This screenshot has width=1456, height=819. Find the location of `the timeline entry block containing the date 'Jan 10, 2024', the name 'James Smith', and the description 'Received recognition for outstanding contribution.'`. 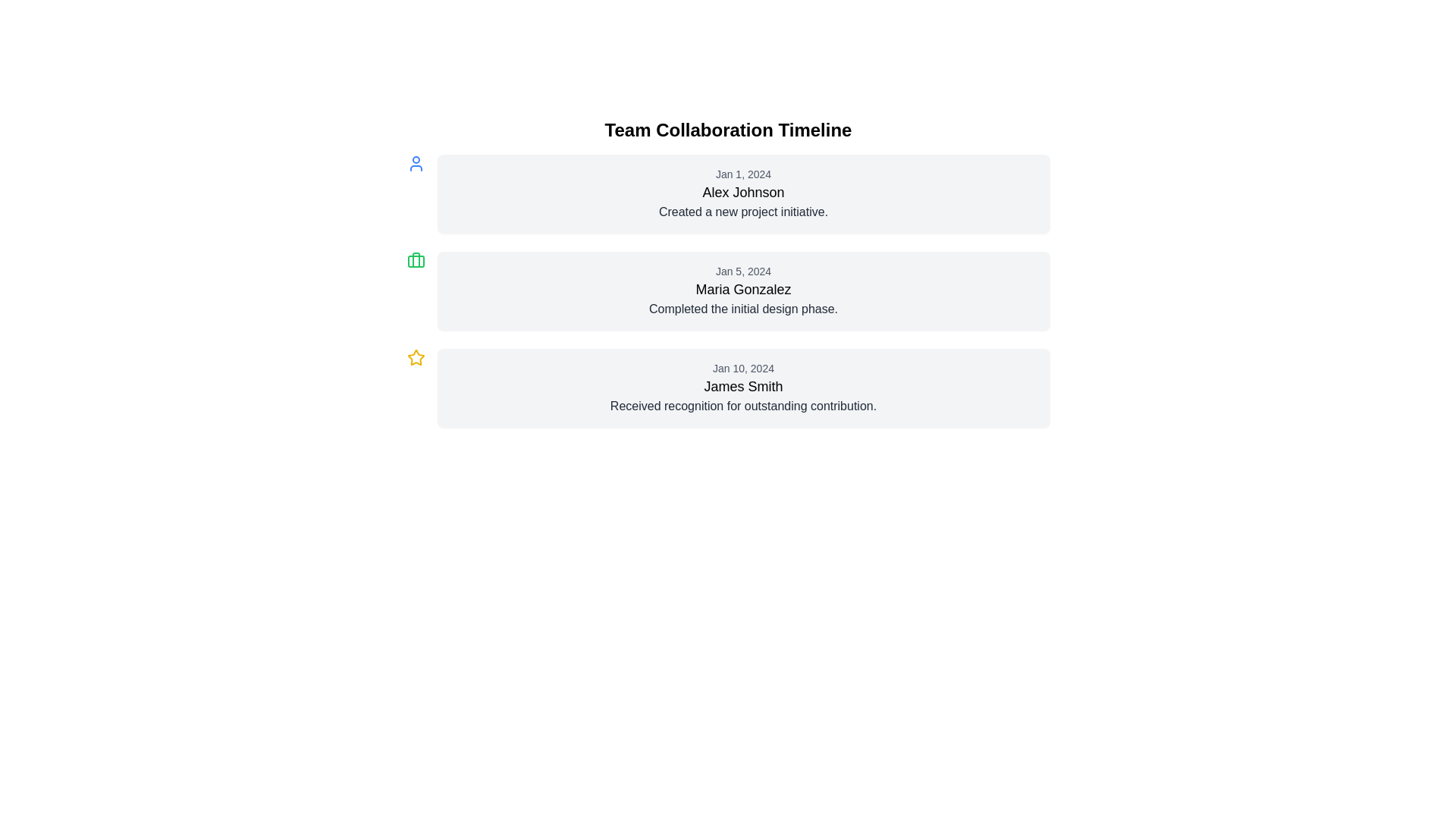

the timeline entry block containing the date 'Jan 10, 2024', the name 'James Smith', and the description 'Received recognition for outstanding contribution.' is located at coordinates (743, 388).